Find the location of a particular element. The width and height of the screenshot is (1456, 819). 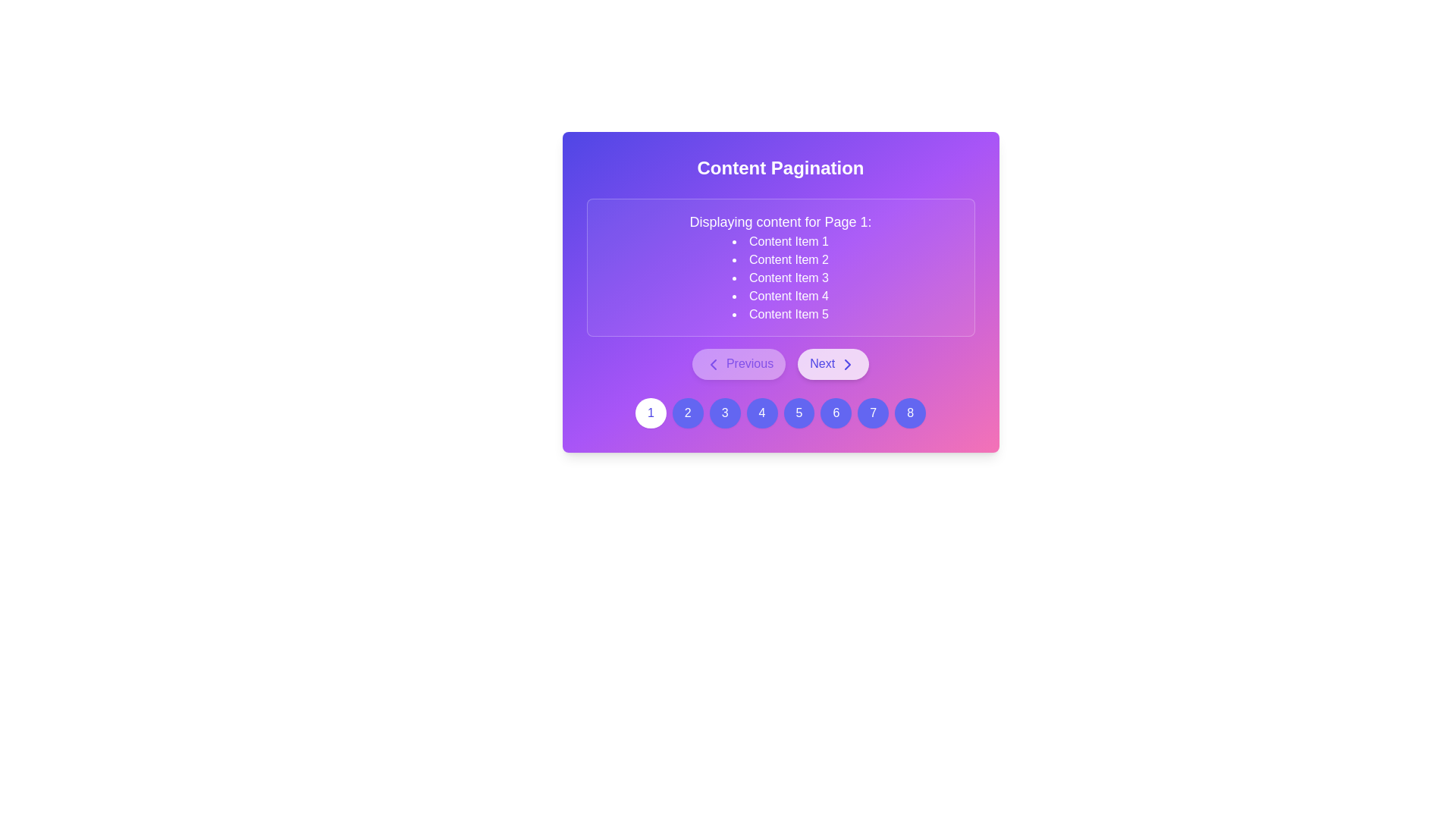

the navigation icon located at the far left inside the 'Previous' button, which precedes the text label 'Previous' is located at coordinates (713, 364).